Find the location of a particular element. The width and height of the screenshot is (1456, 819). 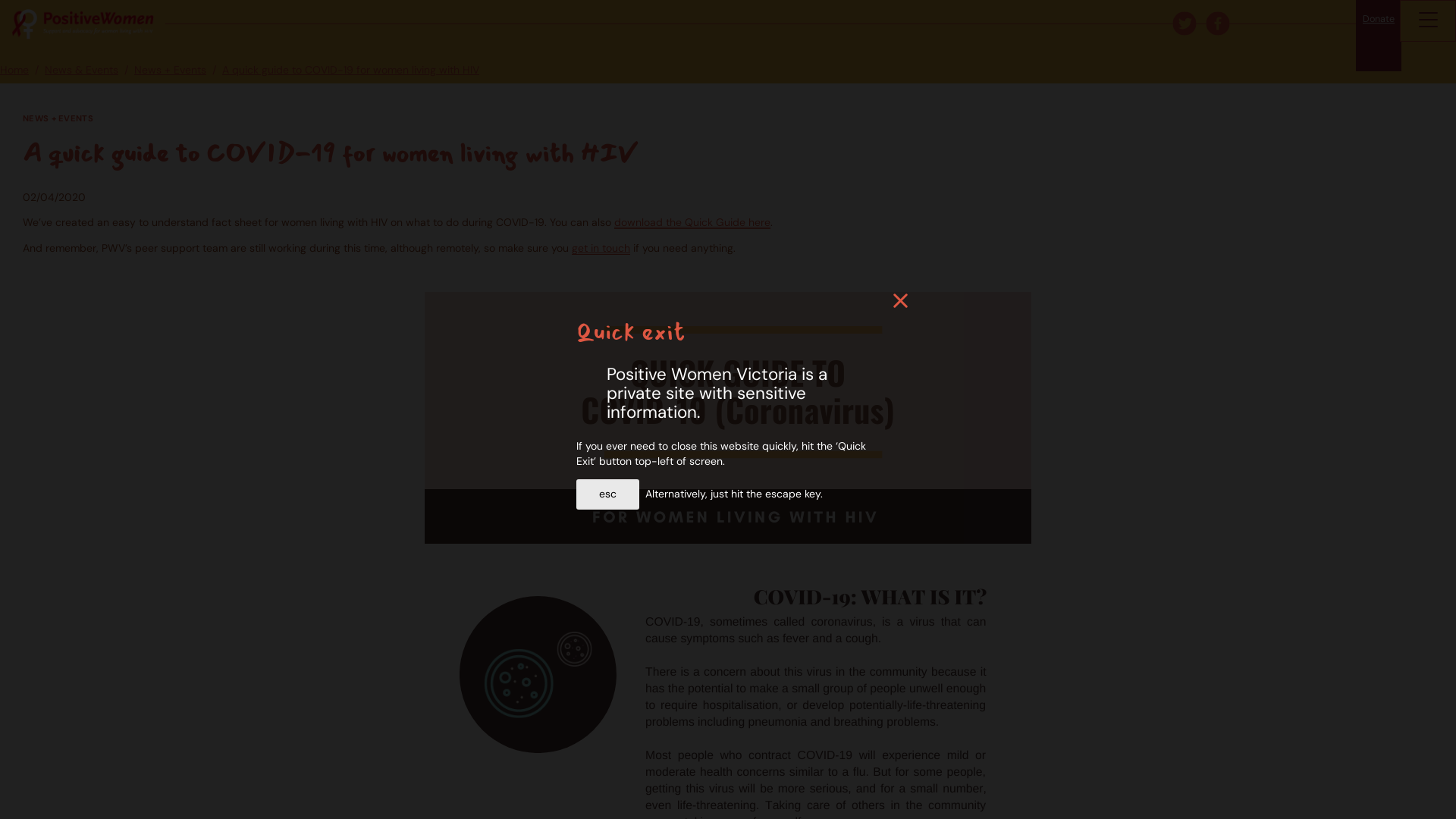

'get in touch' is located at coordinates (570, 247).